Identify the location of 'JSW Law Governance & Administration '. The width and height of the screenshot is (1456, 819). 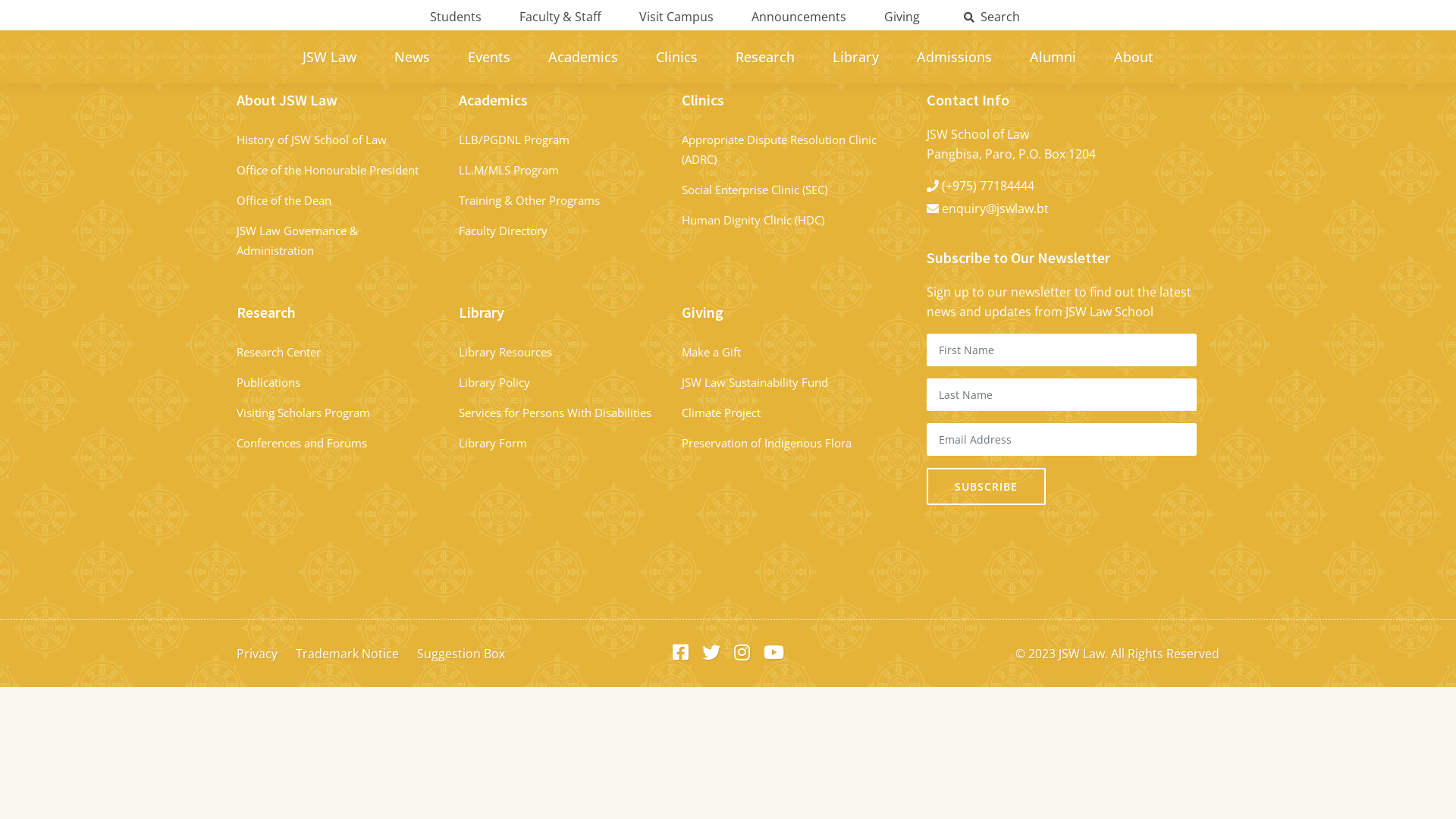
(297, 239).